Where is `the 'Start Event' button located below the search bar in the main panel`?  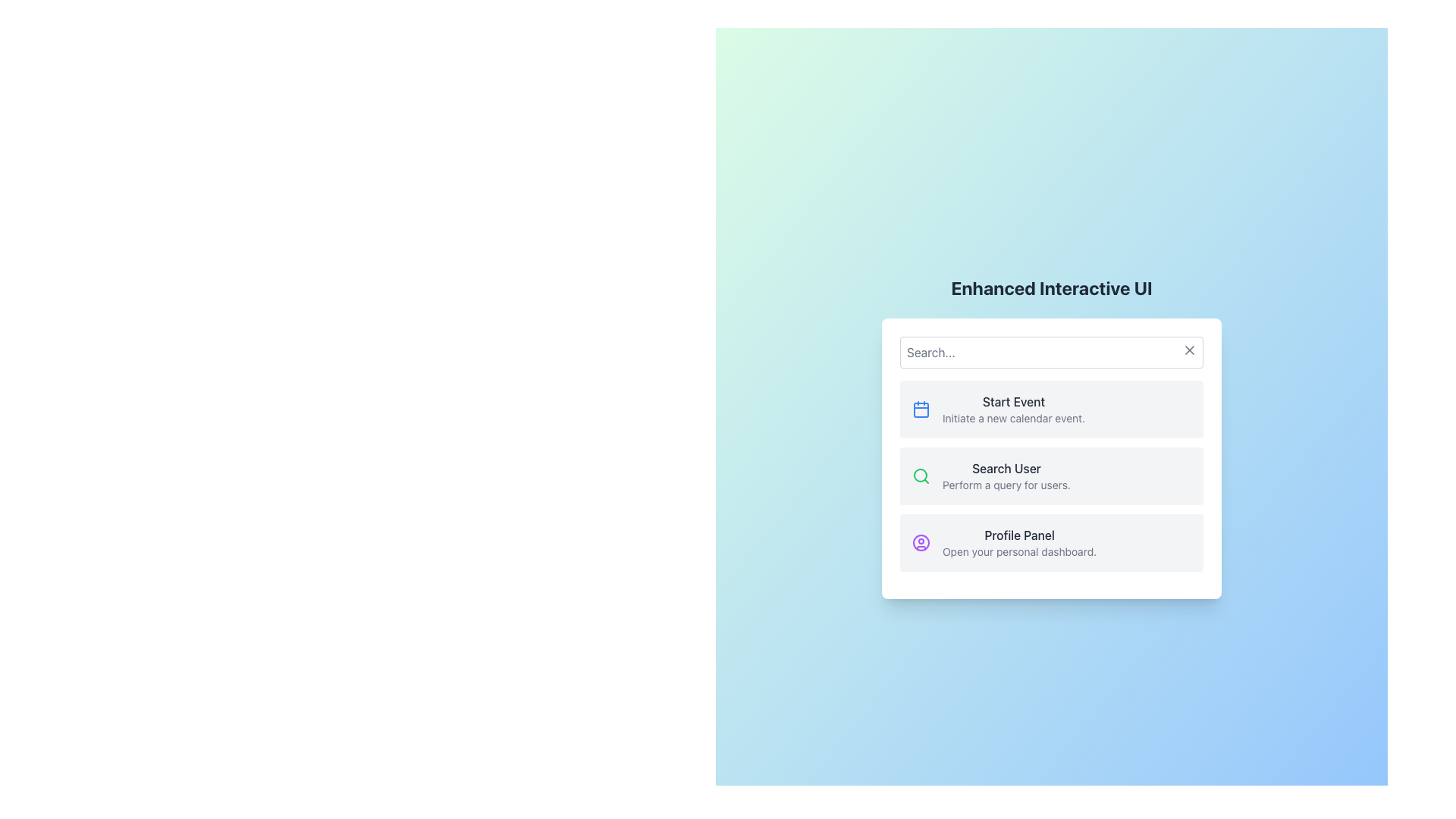
the 'Start Event' button located below the search bar in the main panel is located at coordinates (1051, 409).